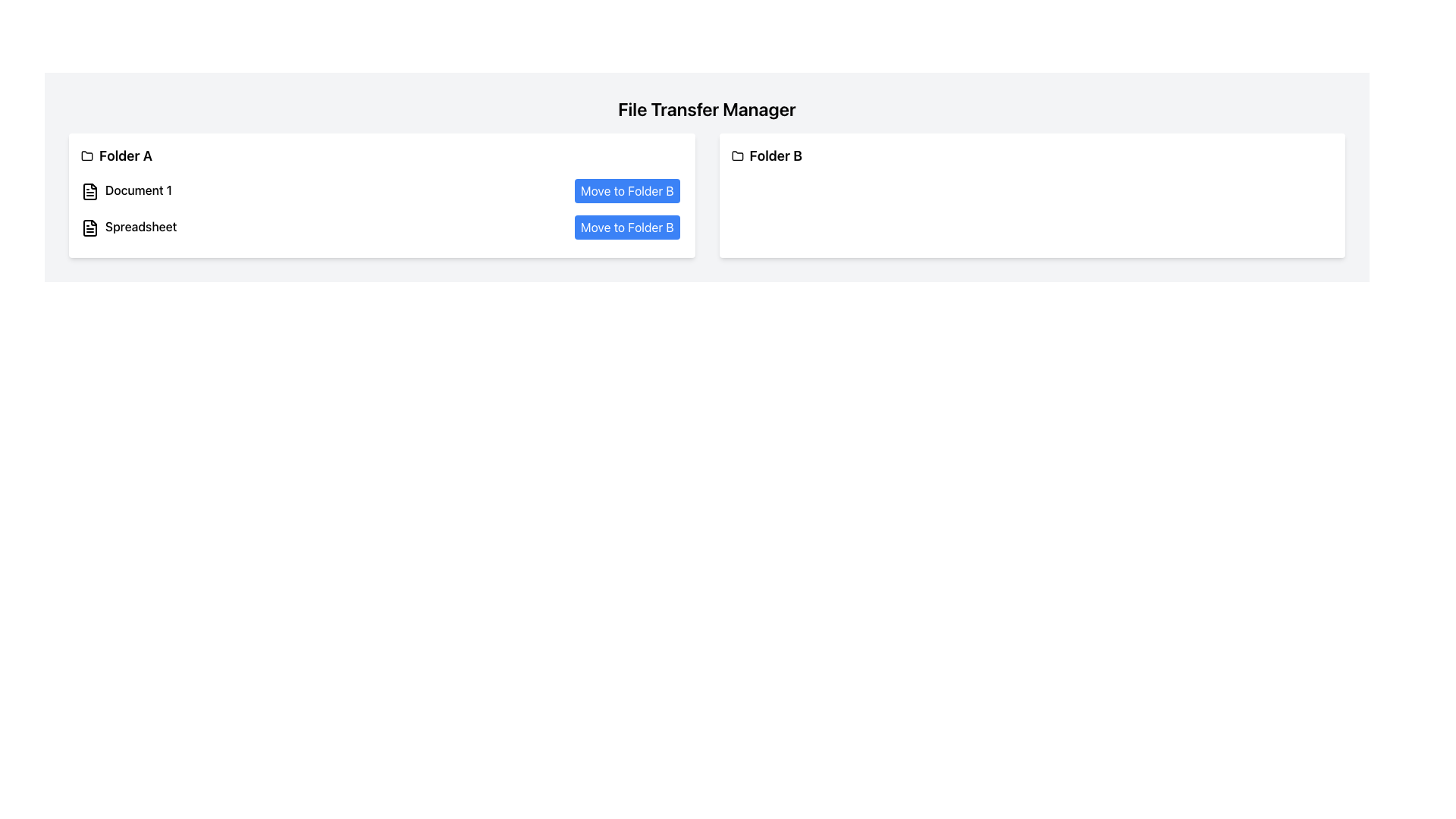 The image size is (1456, 819). I want to click on the folder icon associated with 'Folder A', so click(86, 155).